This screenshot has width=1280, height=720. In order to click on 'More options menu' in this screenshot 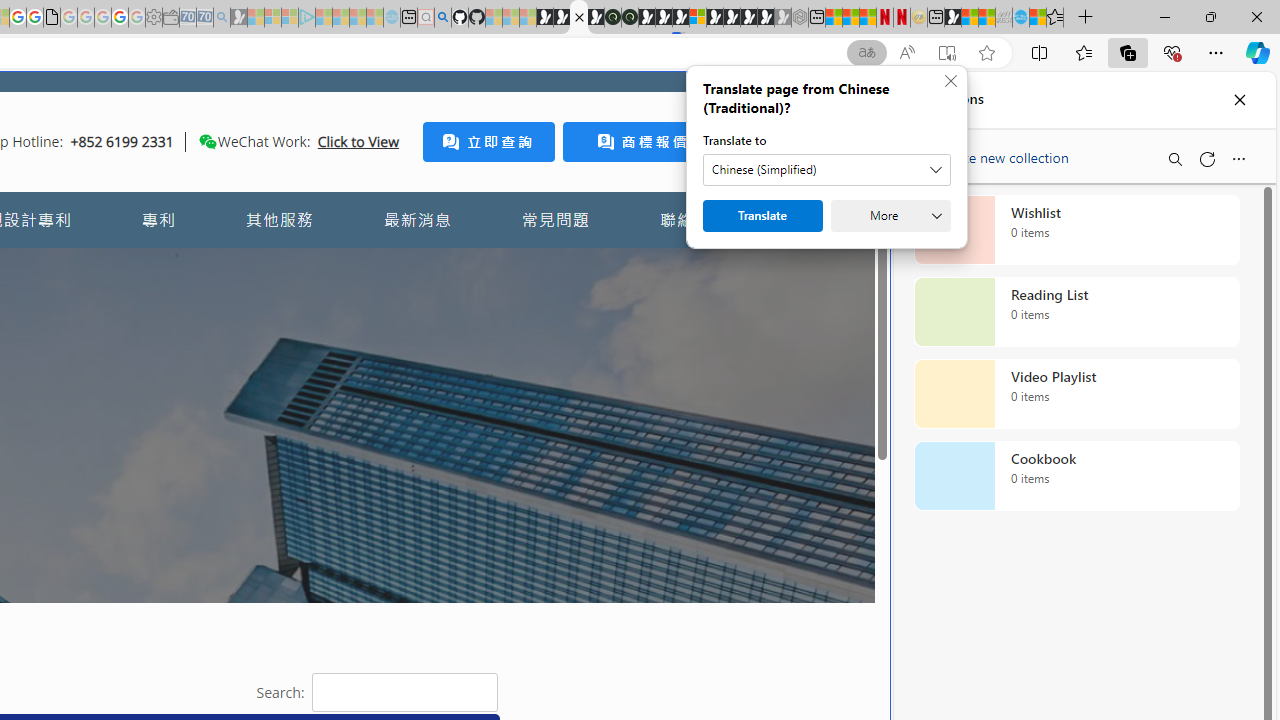, I will do `click(1237, 158)`.